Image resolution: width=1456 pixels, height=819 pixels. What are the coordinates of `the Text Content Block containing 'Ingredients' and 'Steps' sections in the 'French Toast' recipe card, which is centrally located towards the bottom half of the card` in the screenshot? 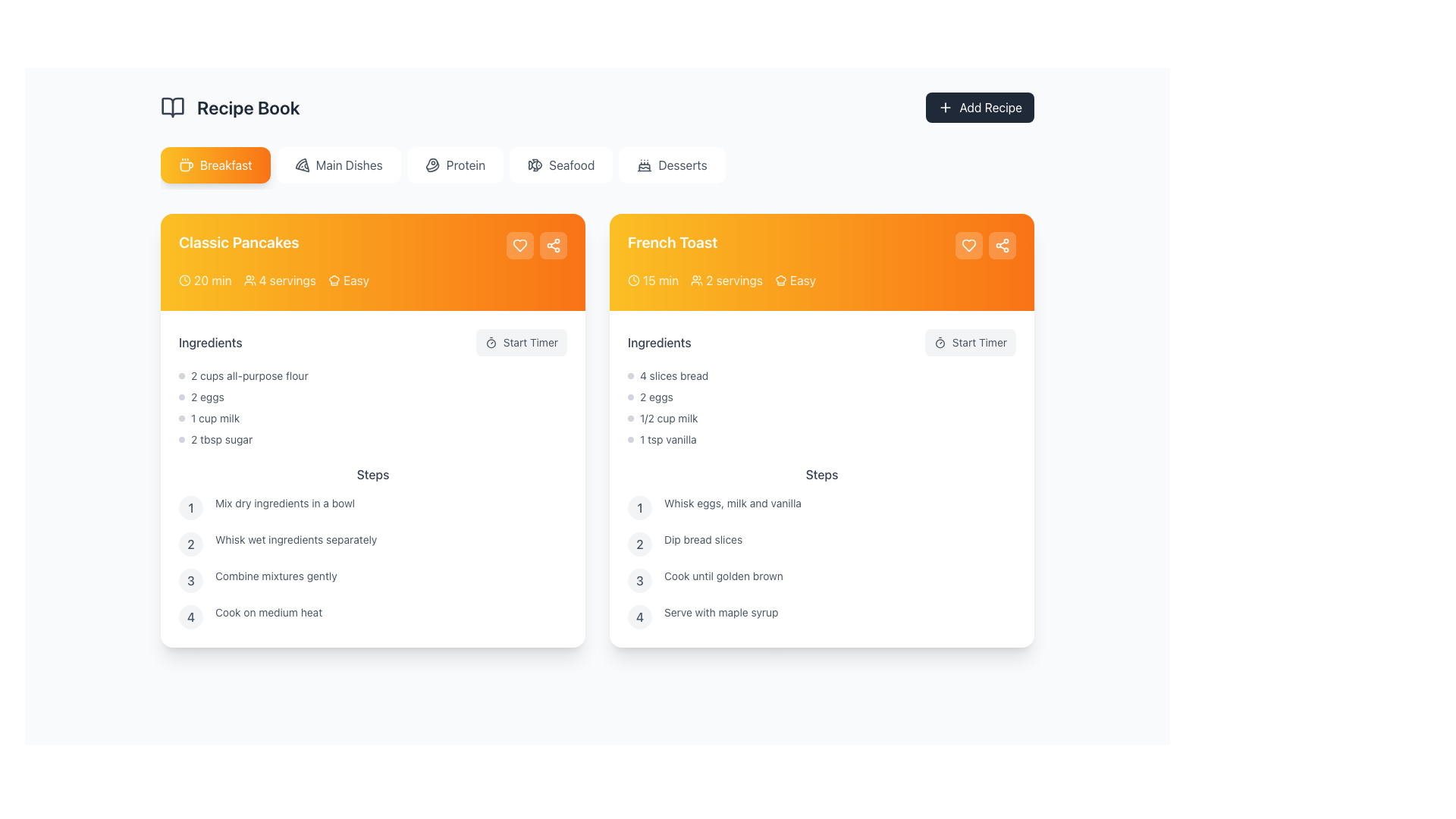 It's located at (821, 479).